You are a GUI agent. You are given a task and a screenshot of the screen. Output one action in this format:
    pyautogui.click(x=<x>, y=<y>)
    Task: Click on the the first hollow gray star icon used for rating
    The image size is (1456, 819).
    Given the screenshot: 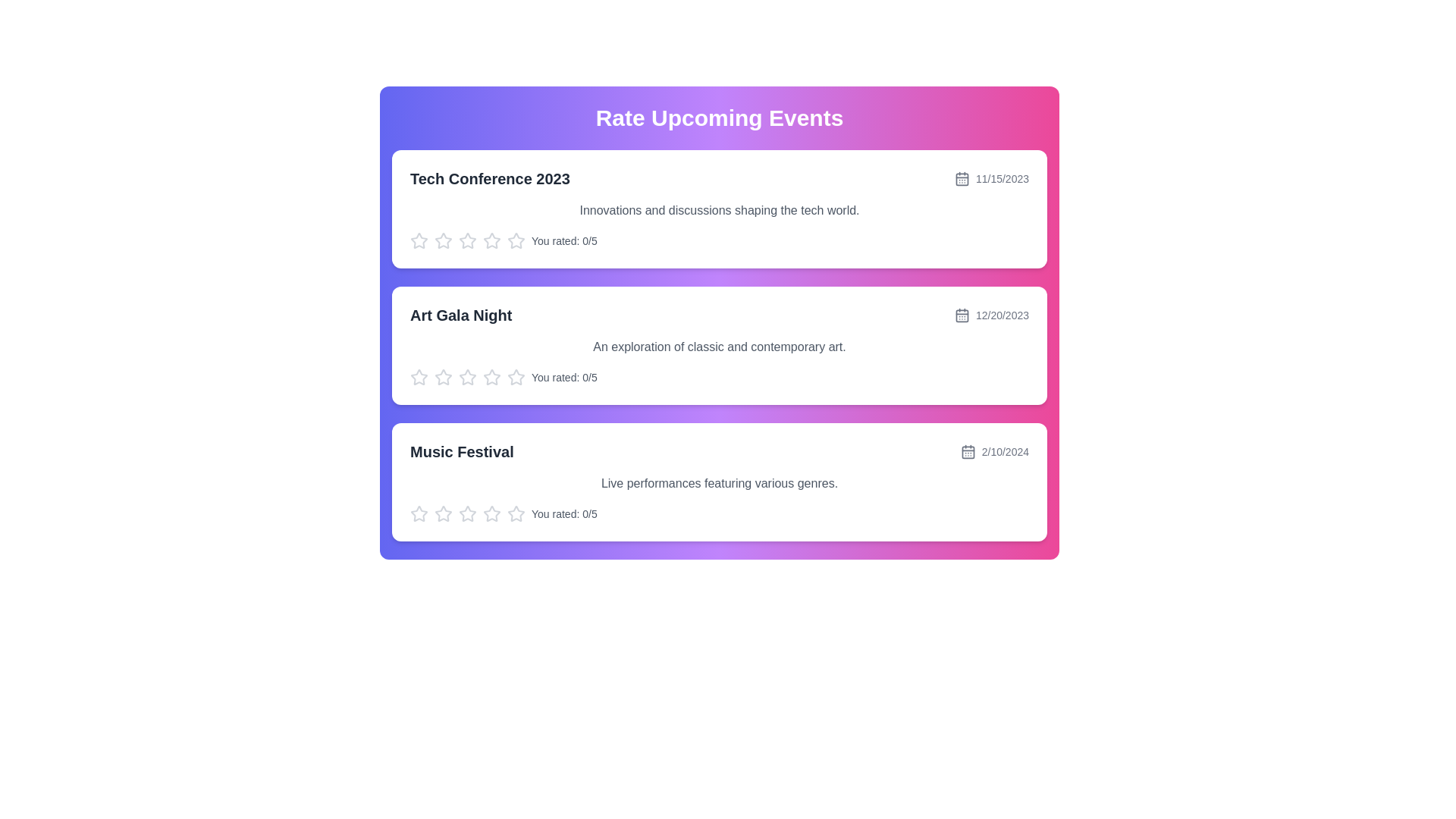 What is the action you would take?
    pyautogui.click(x=419, y=513)
    